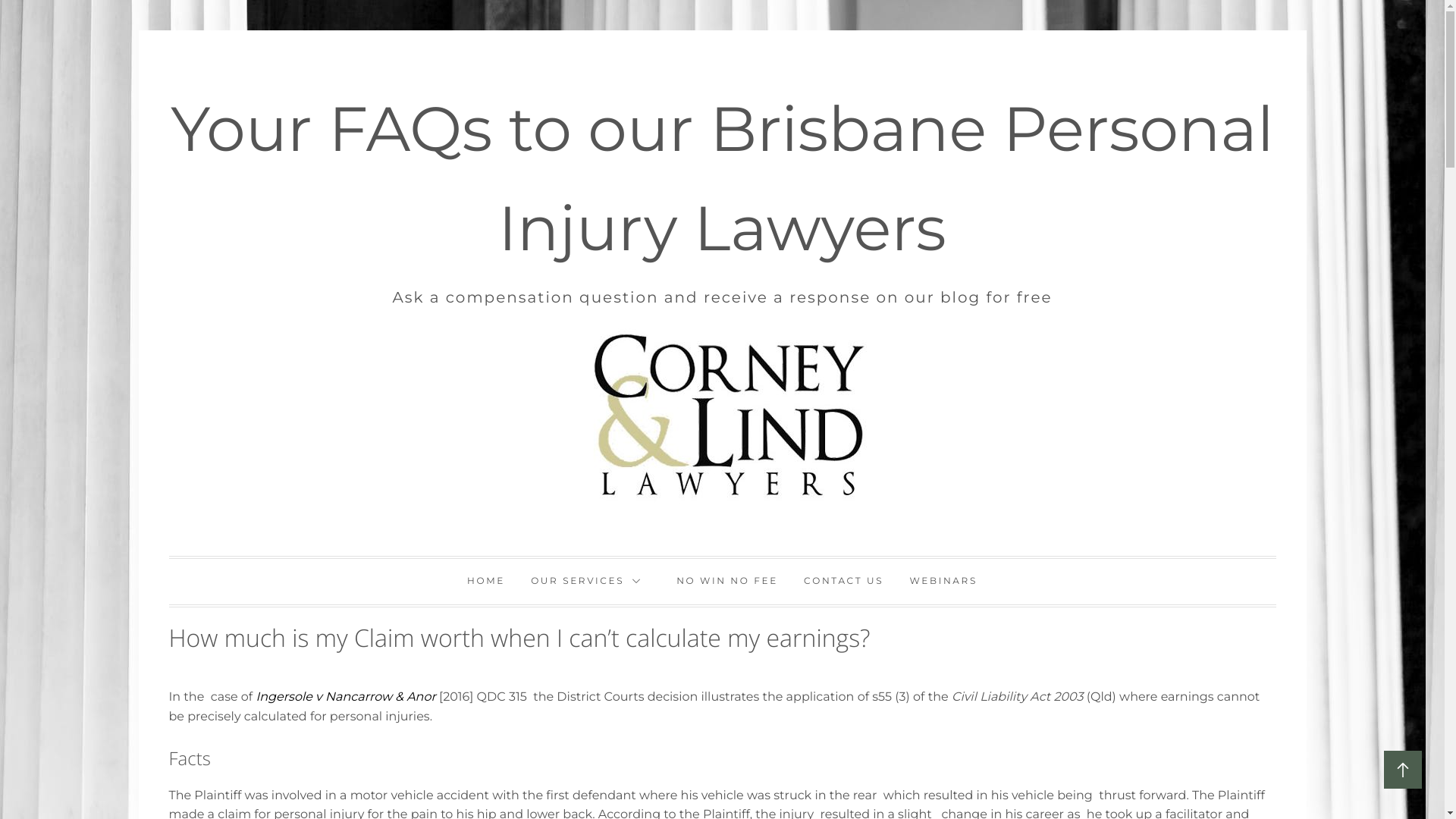 The width and height of the screenshot is (1456, 819). I want to click on 'HOME', so click(454, 581).